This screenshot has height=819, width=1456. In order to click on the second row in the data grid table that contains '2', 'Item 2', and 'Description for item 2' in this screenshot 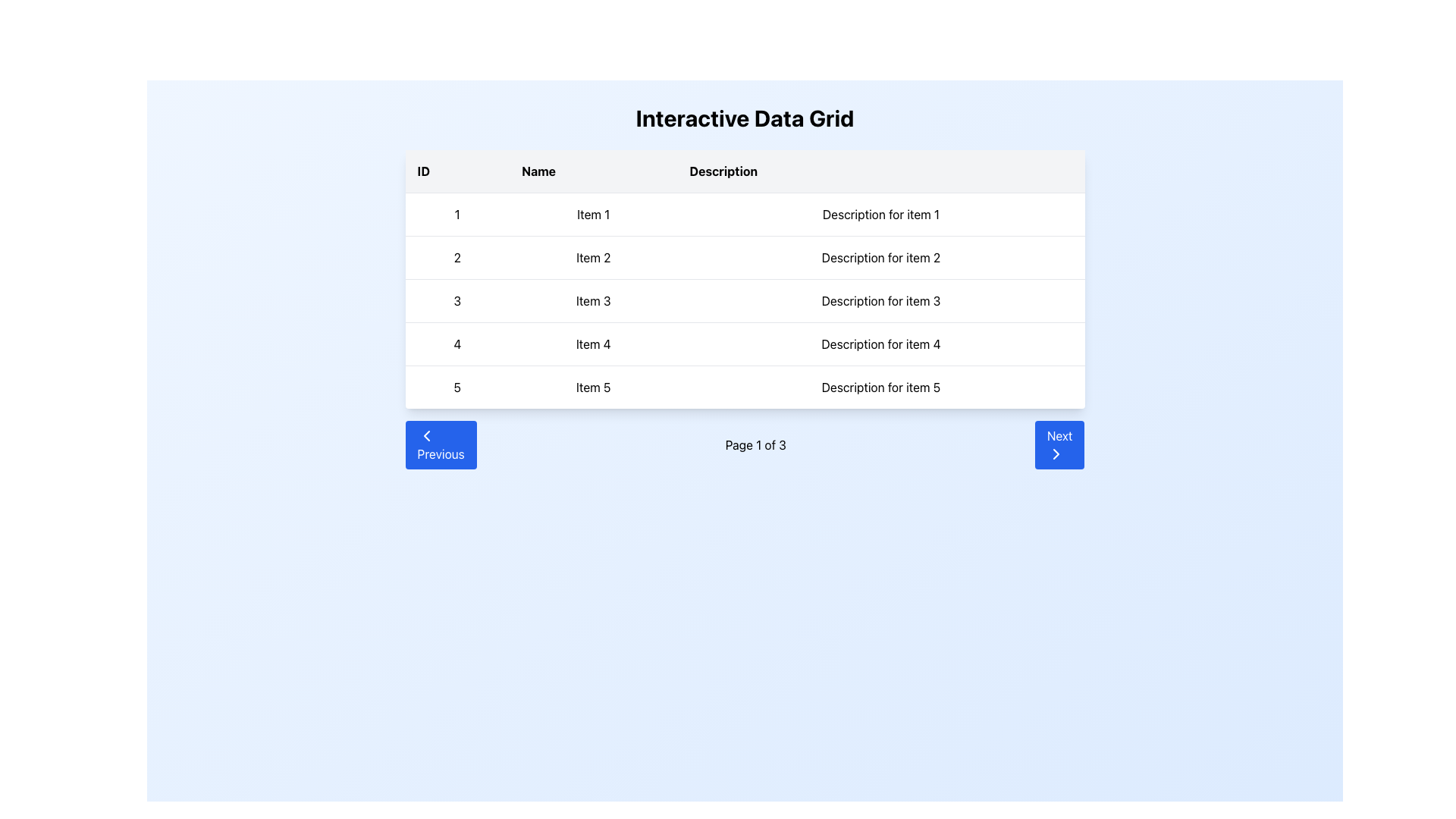, I will do `click(745, 256)`.